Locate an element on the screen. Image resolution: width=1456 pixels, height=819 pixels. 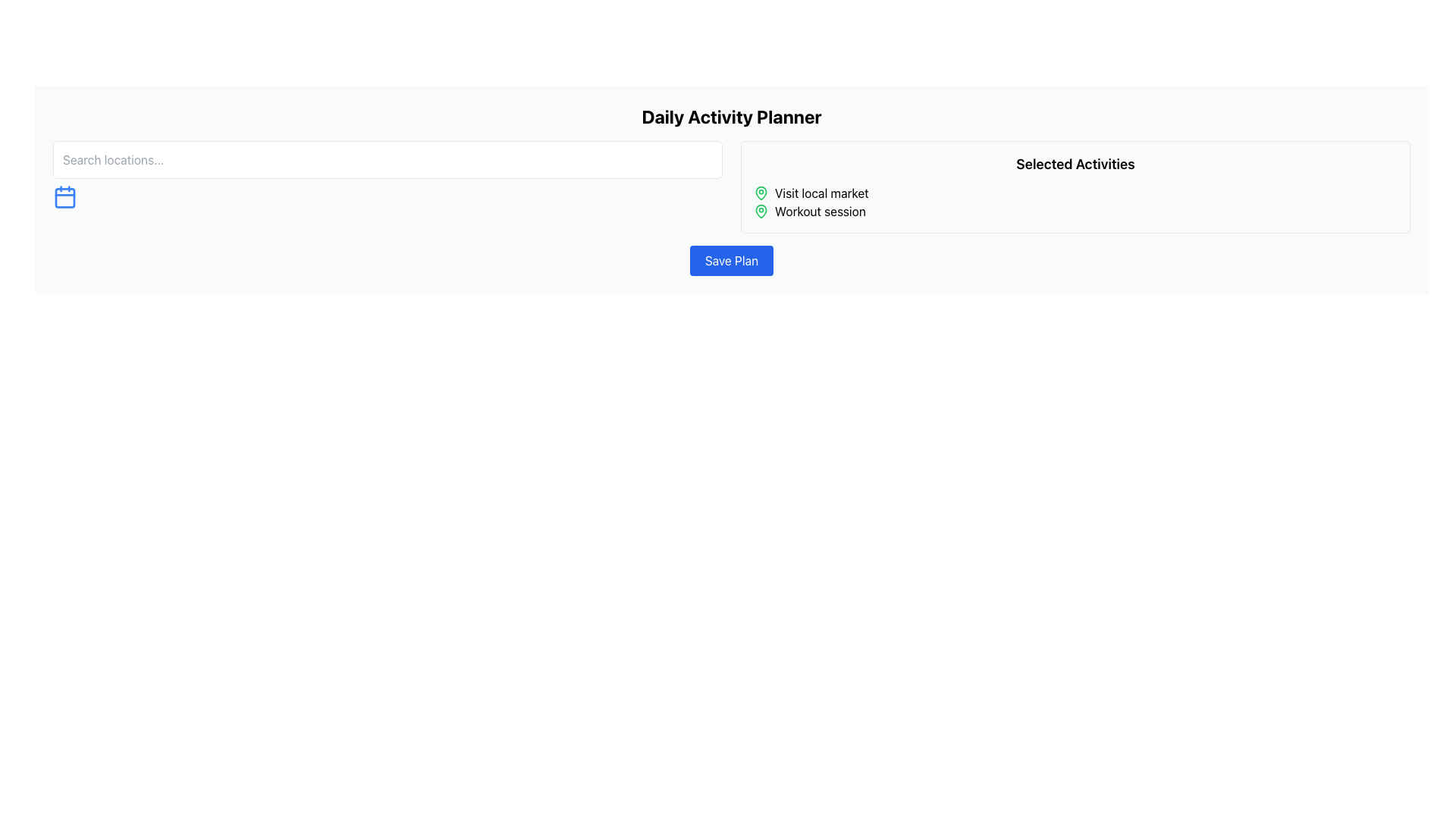
the green pin icon located to the left of the text 'Workout session' to interact with its functionality is located at coordinates (761, 211).